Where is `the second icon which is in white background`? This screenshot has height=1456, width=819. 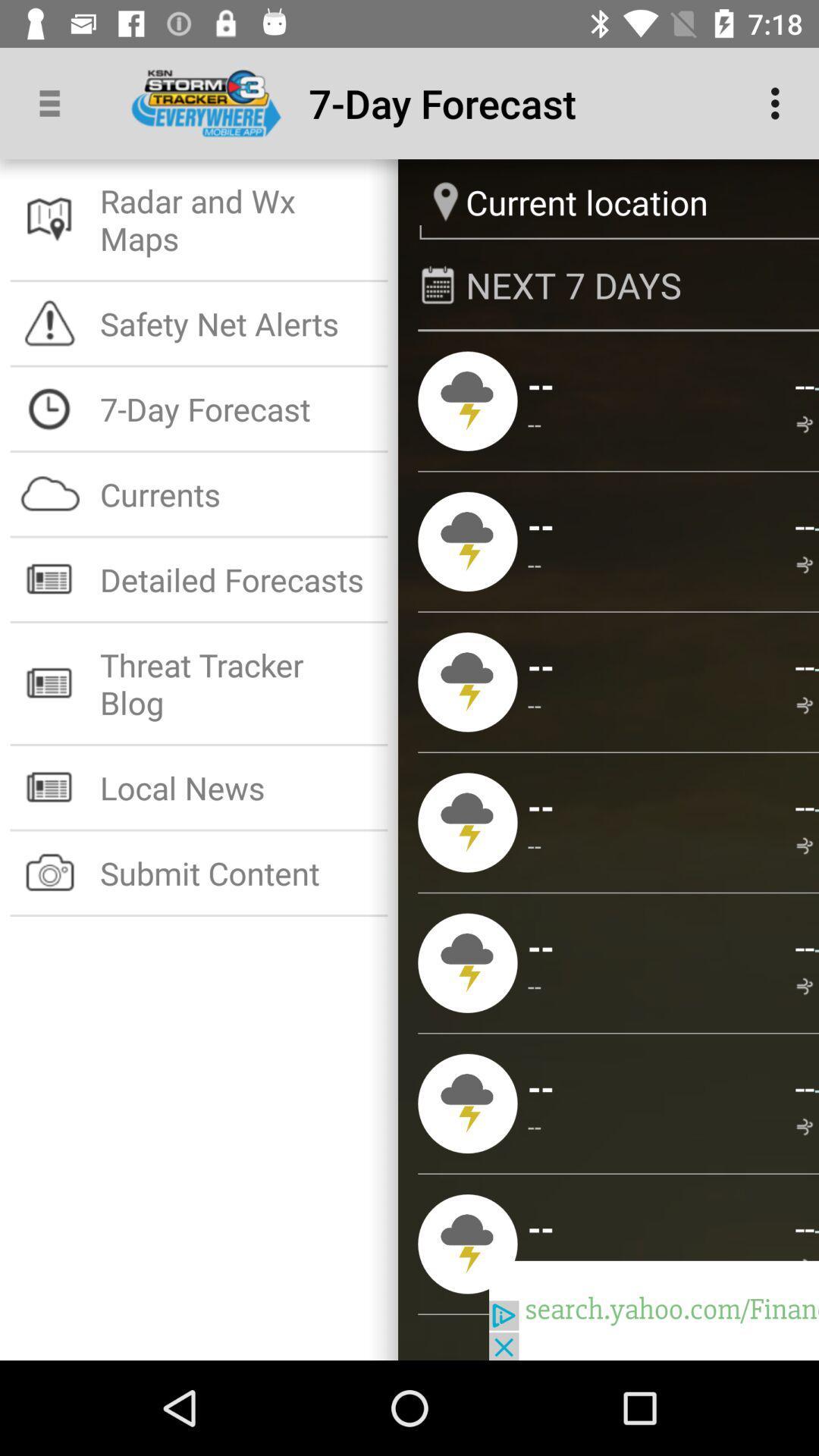
the second icon which is in white background is located at coordinates (49, 322).